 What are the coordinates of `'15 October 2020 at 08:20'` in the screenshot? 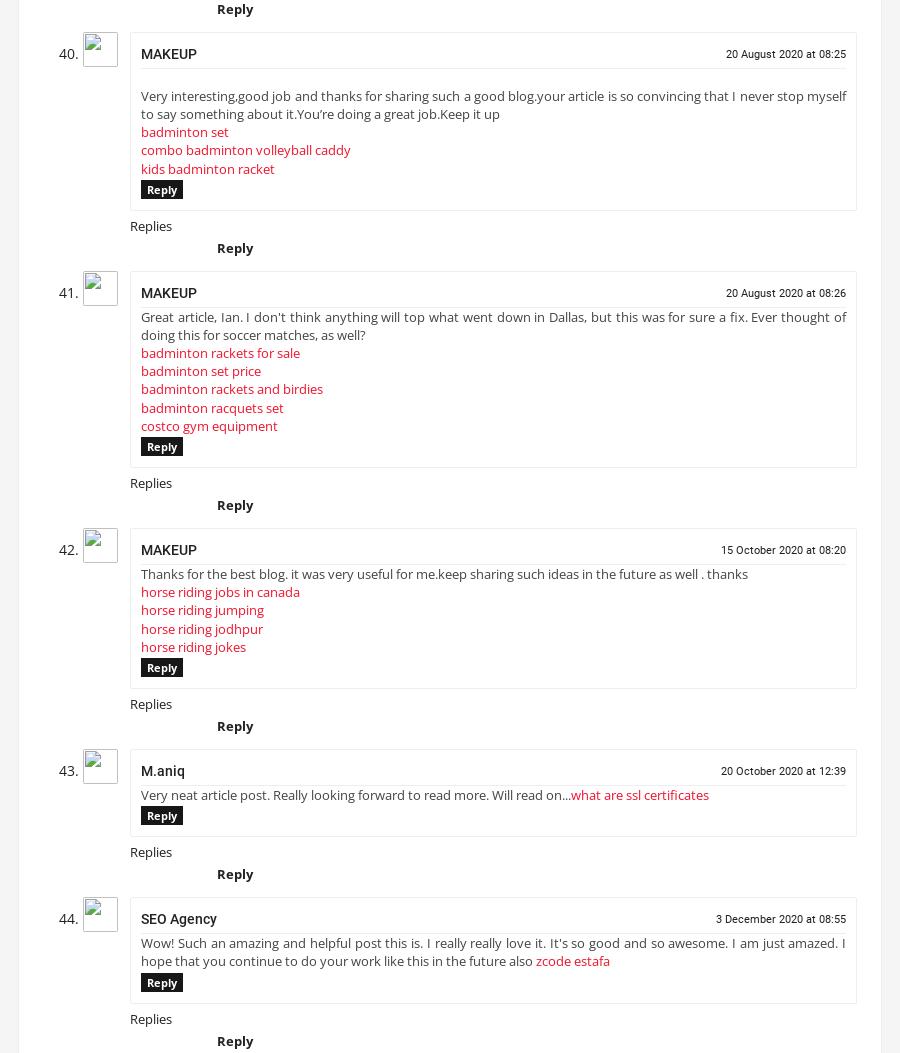 It's located at (782, 556).